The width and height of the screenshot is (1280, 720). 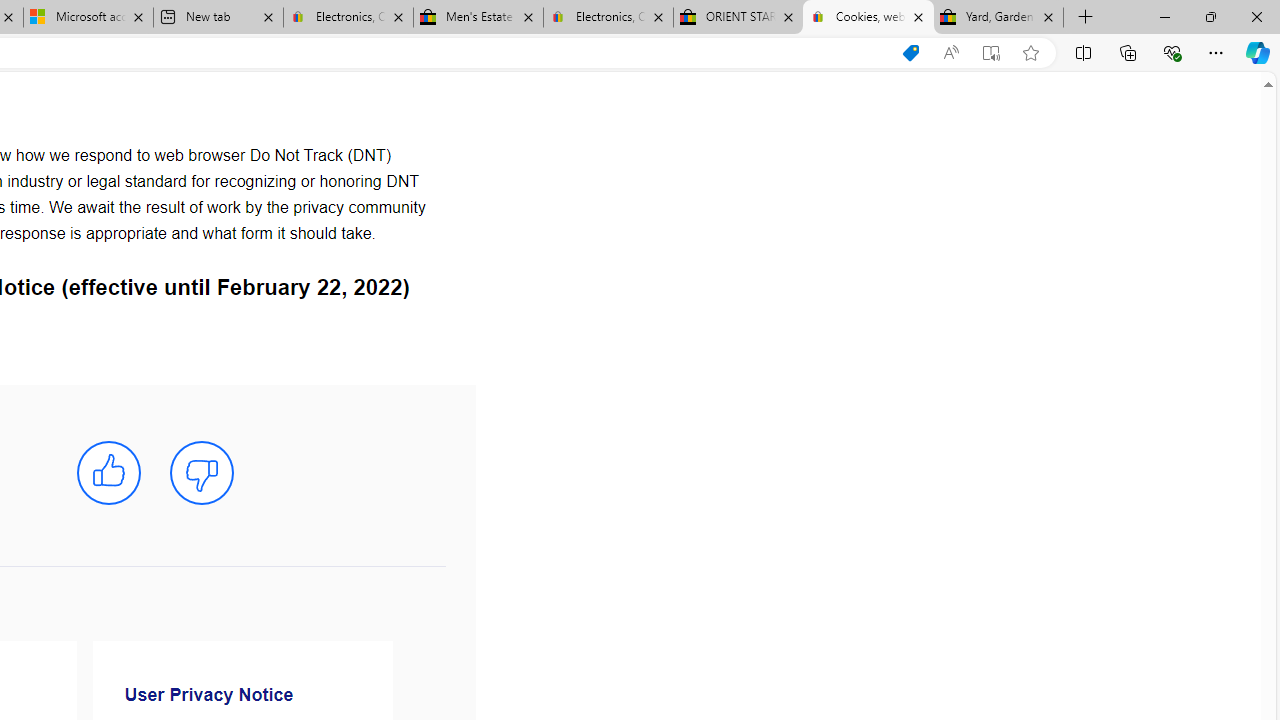 I want to click on 'mark this article helpful', so click(x=107, y=473).